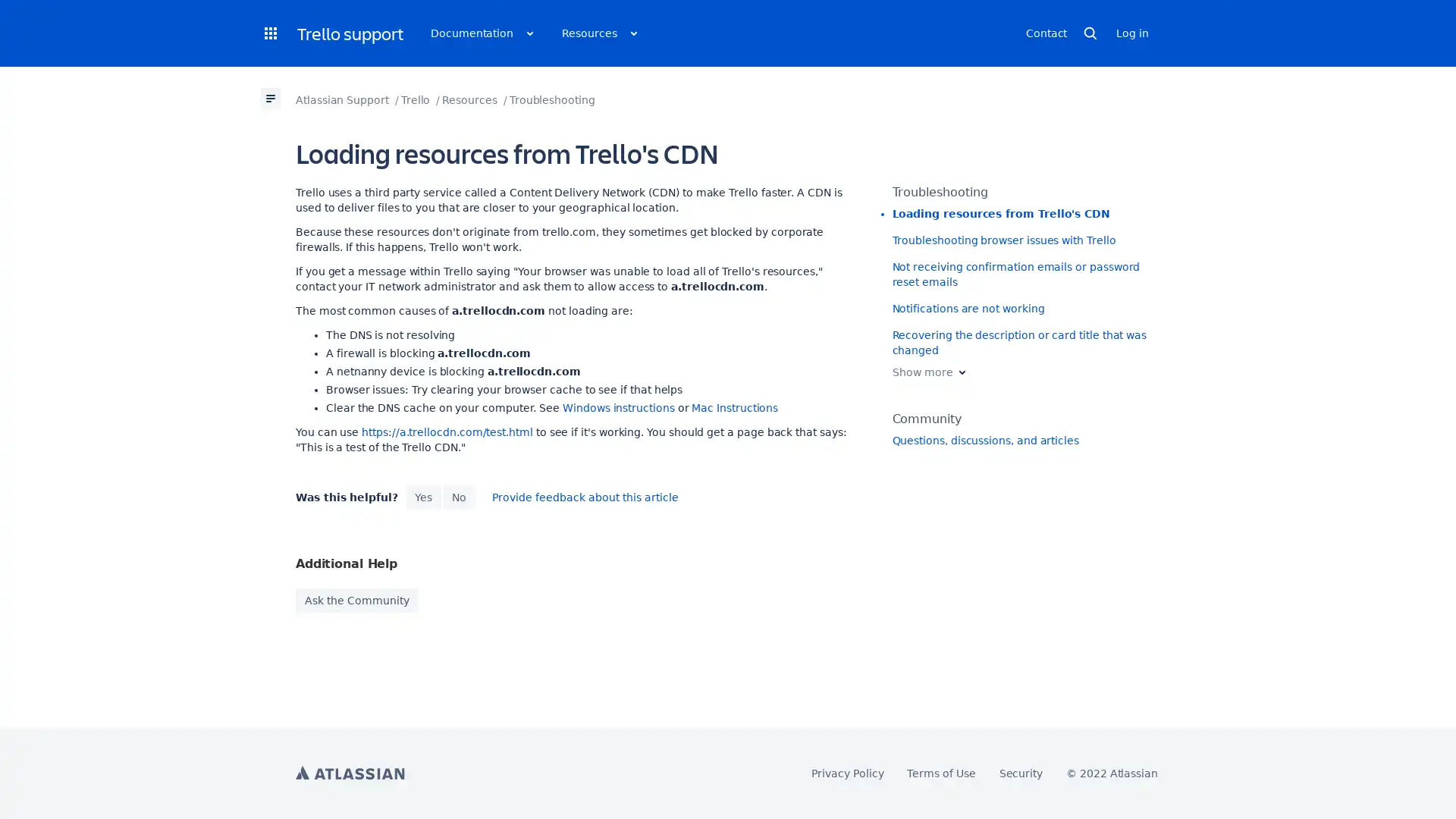 The image size is (1456, 819). Describe the element at coordinates (480, 33) in the screenshot. I see `Open documentation dropdown` at that location.